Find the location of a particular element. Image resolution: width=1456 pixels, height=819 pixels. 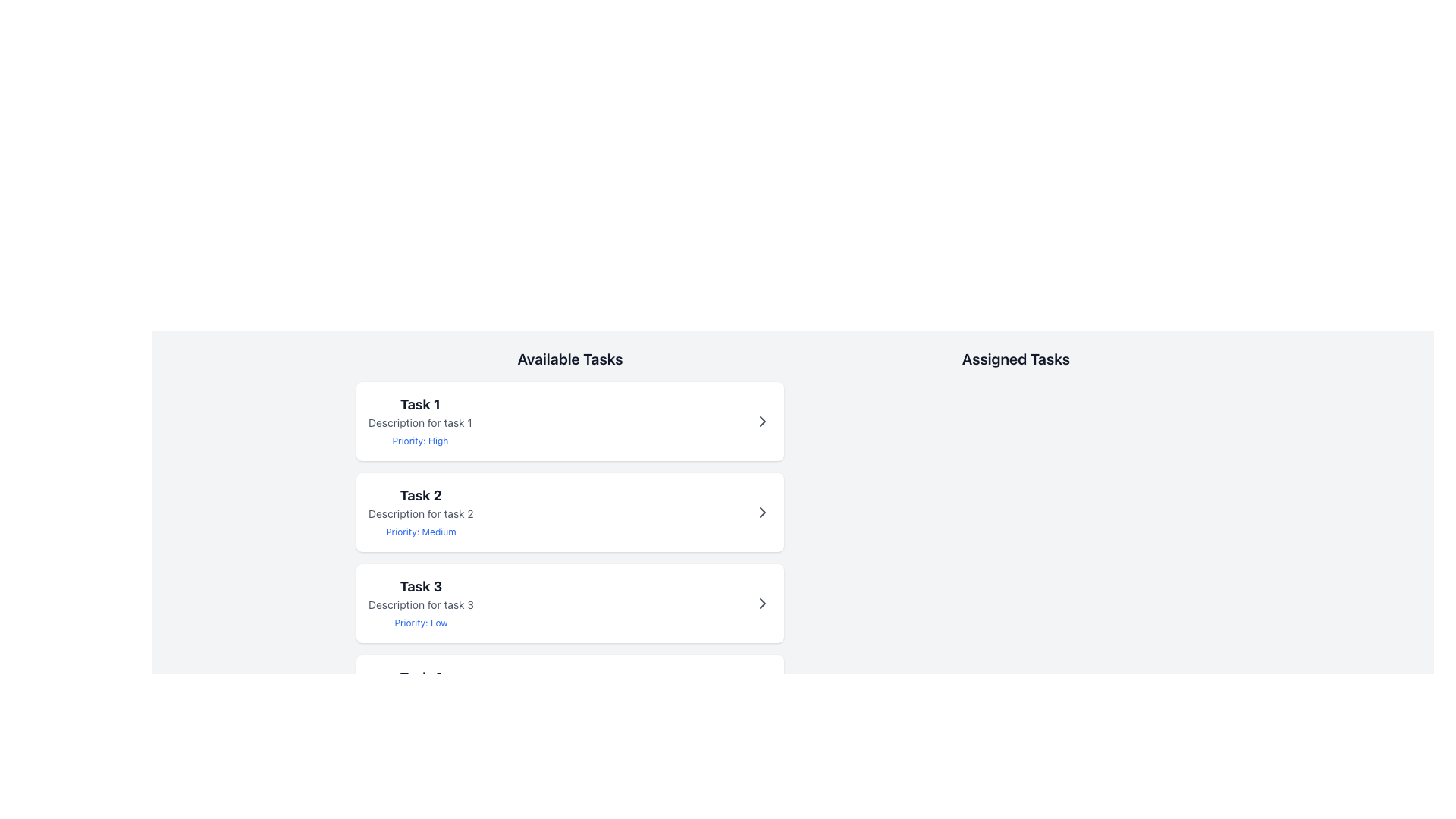

the text label indicating the priority level of 'Task 3' as 'Low.' is located at coordinates (421, 623).